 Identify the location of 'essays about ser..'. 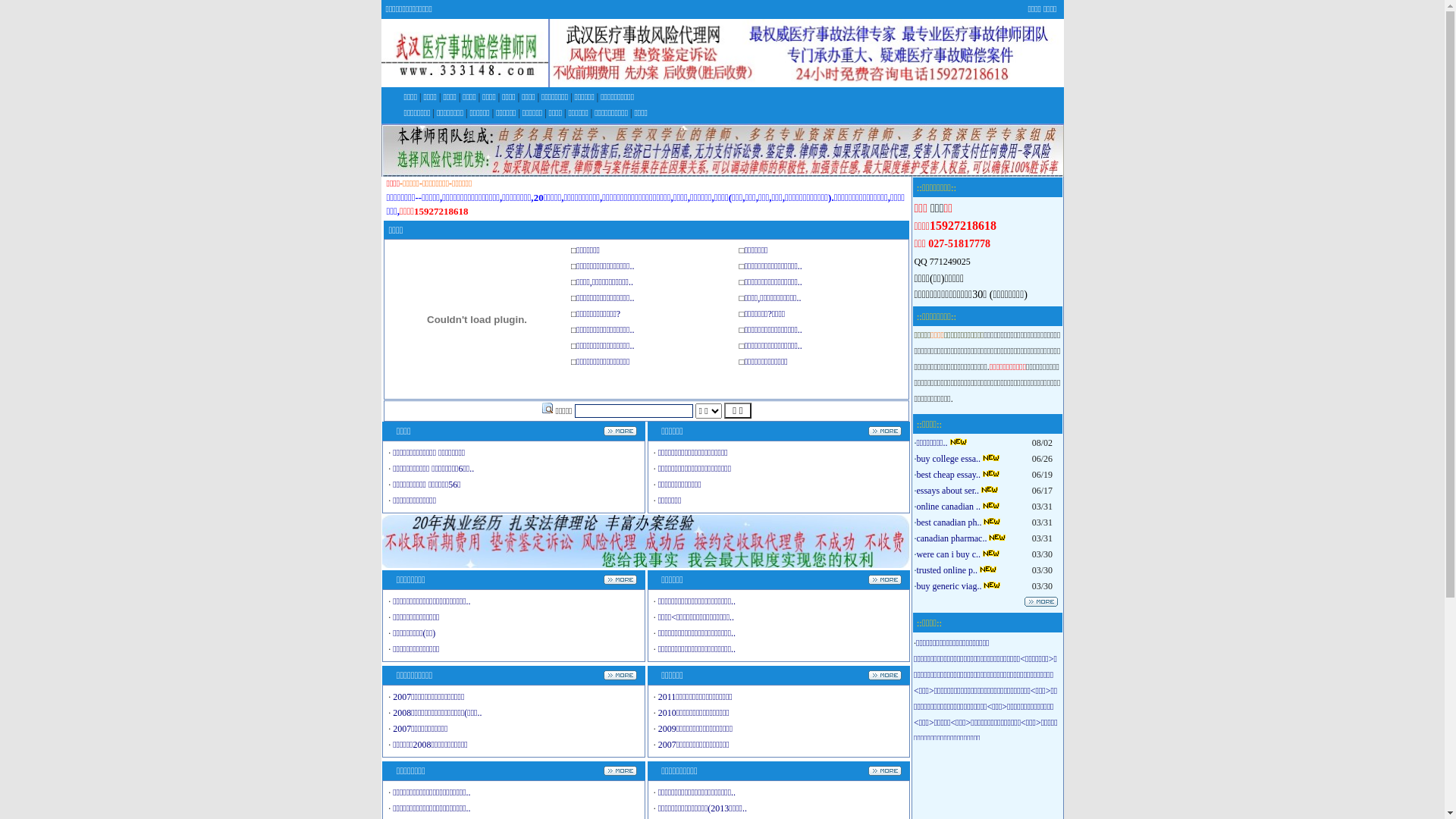
(946, 491).